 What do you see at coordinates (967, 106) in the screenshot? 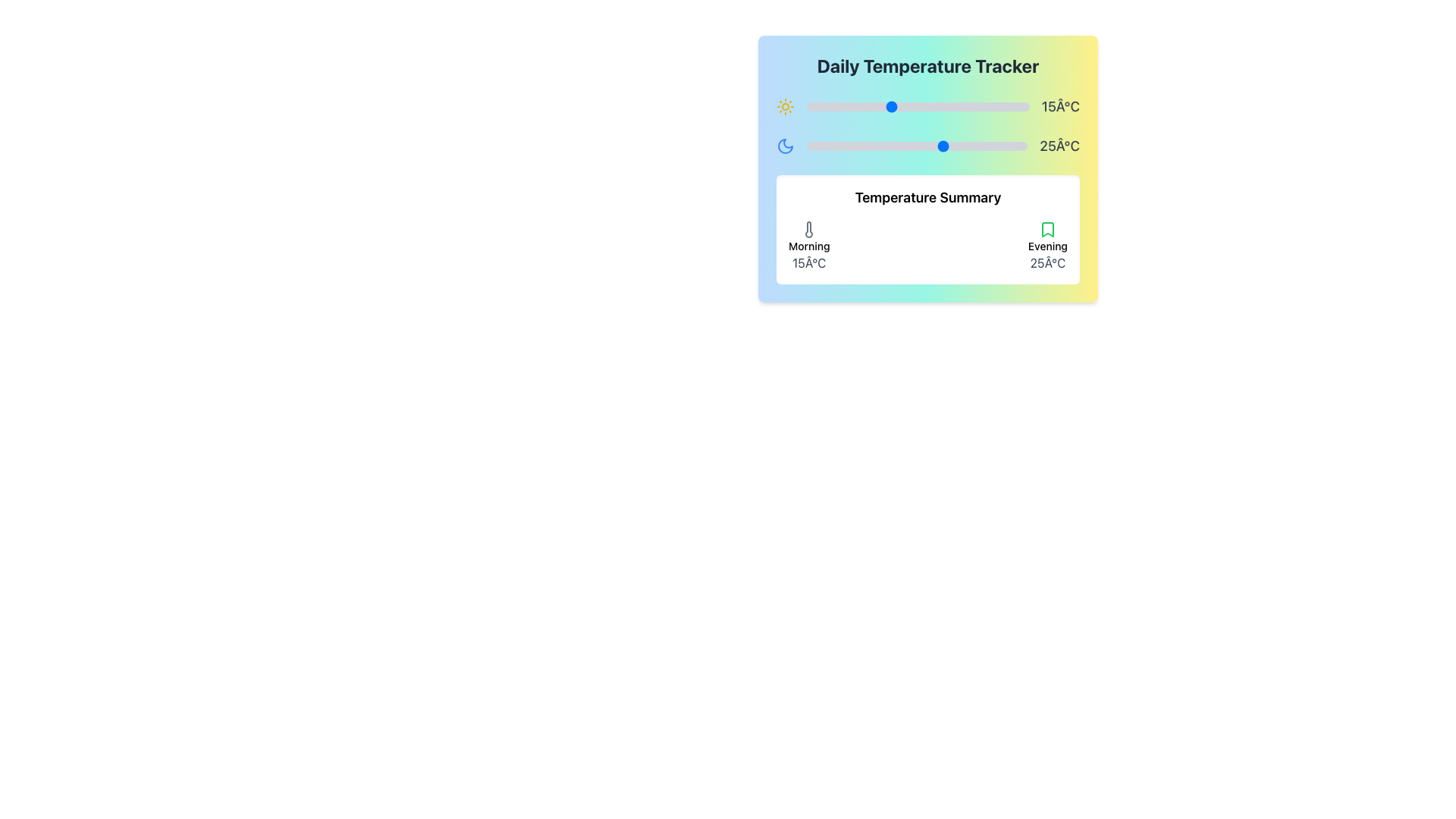
I see `the temperature slider` at bounding box center [967, 106].